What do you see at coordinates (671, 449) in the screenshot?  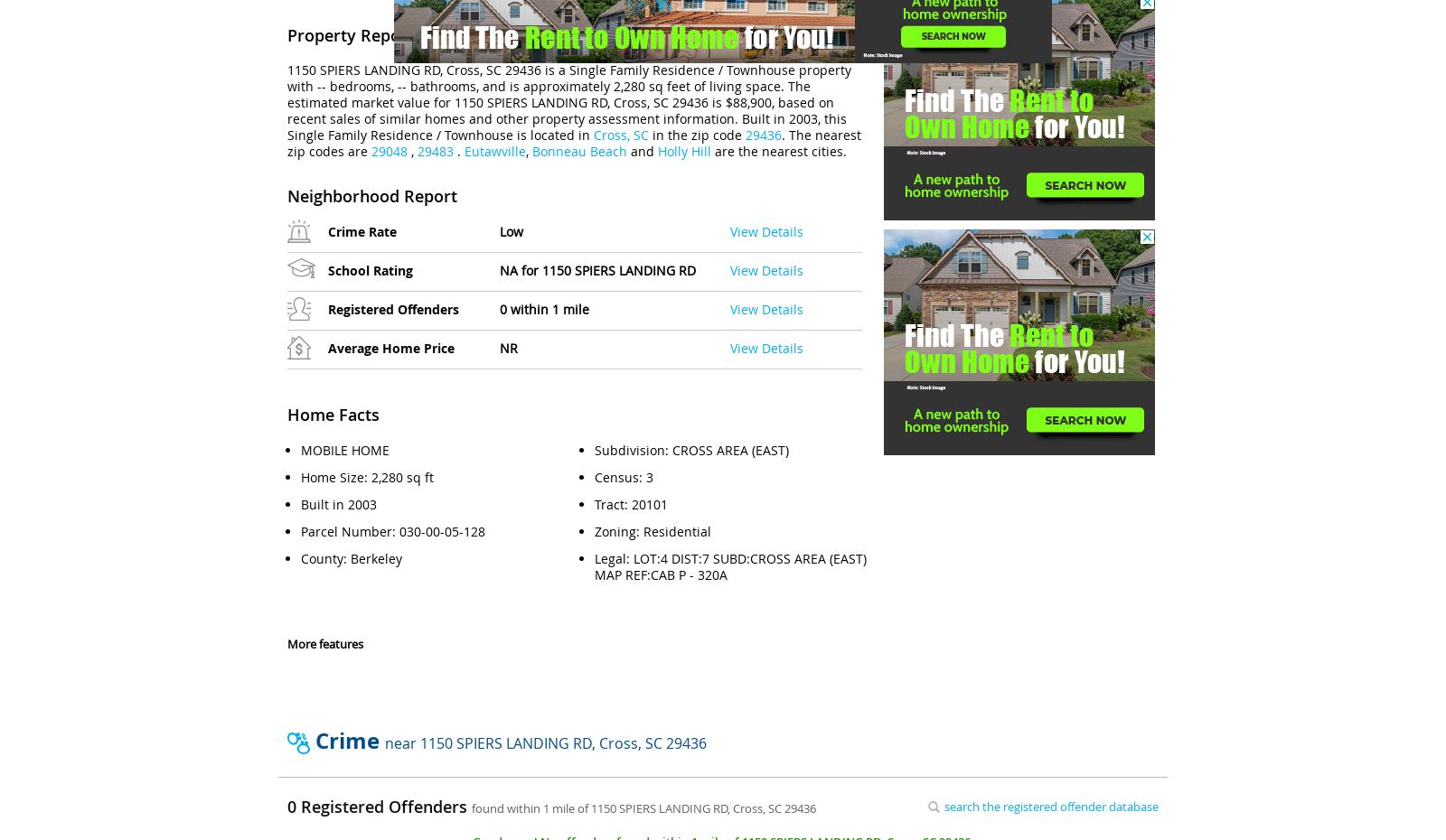 I see `'CROSS AREA (EAST)'` at bounding box center [671, 449].